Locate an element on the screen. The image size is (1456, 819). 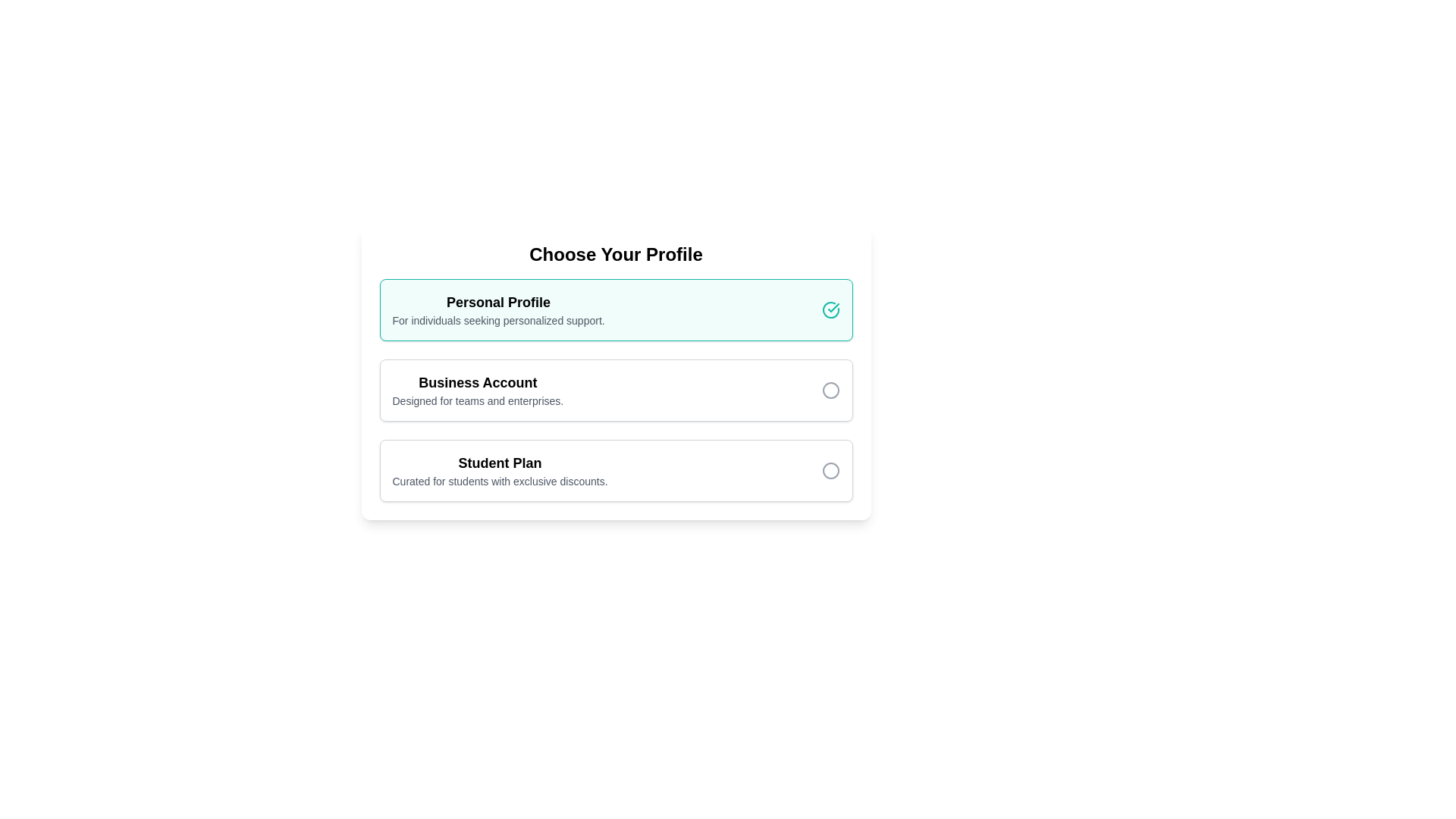
the circular icon with a teal outlined checkmark located at the far right of the 'Personal Profile' card, aligned with the header text 'Personal Profile' is located at coordinates (830, 309).